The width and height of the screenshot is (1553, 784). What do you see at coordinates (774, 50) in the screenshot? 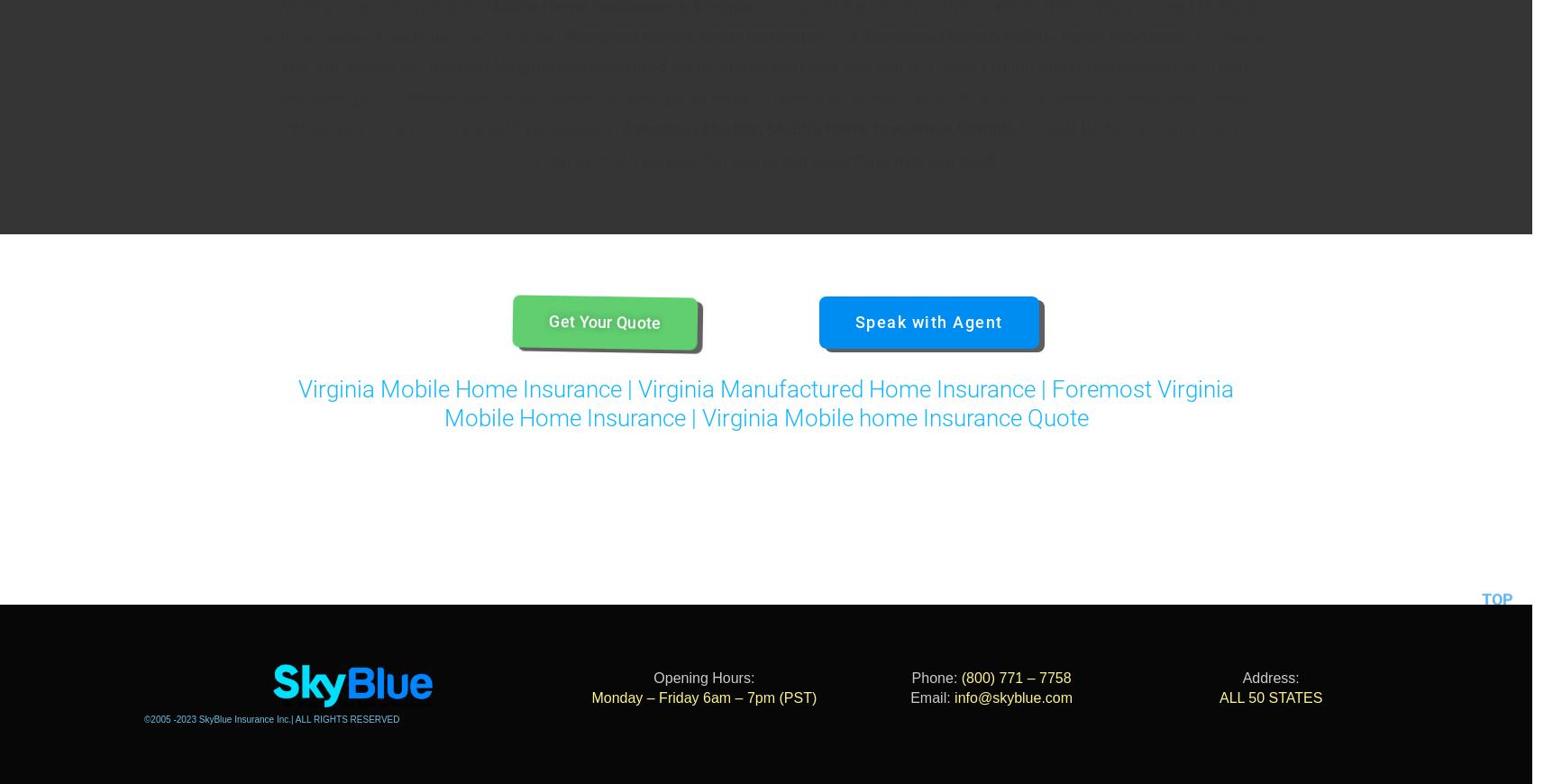
I see `'in Virginia. You will always get the best'` at bounding box center [774, 50].